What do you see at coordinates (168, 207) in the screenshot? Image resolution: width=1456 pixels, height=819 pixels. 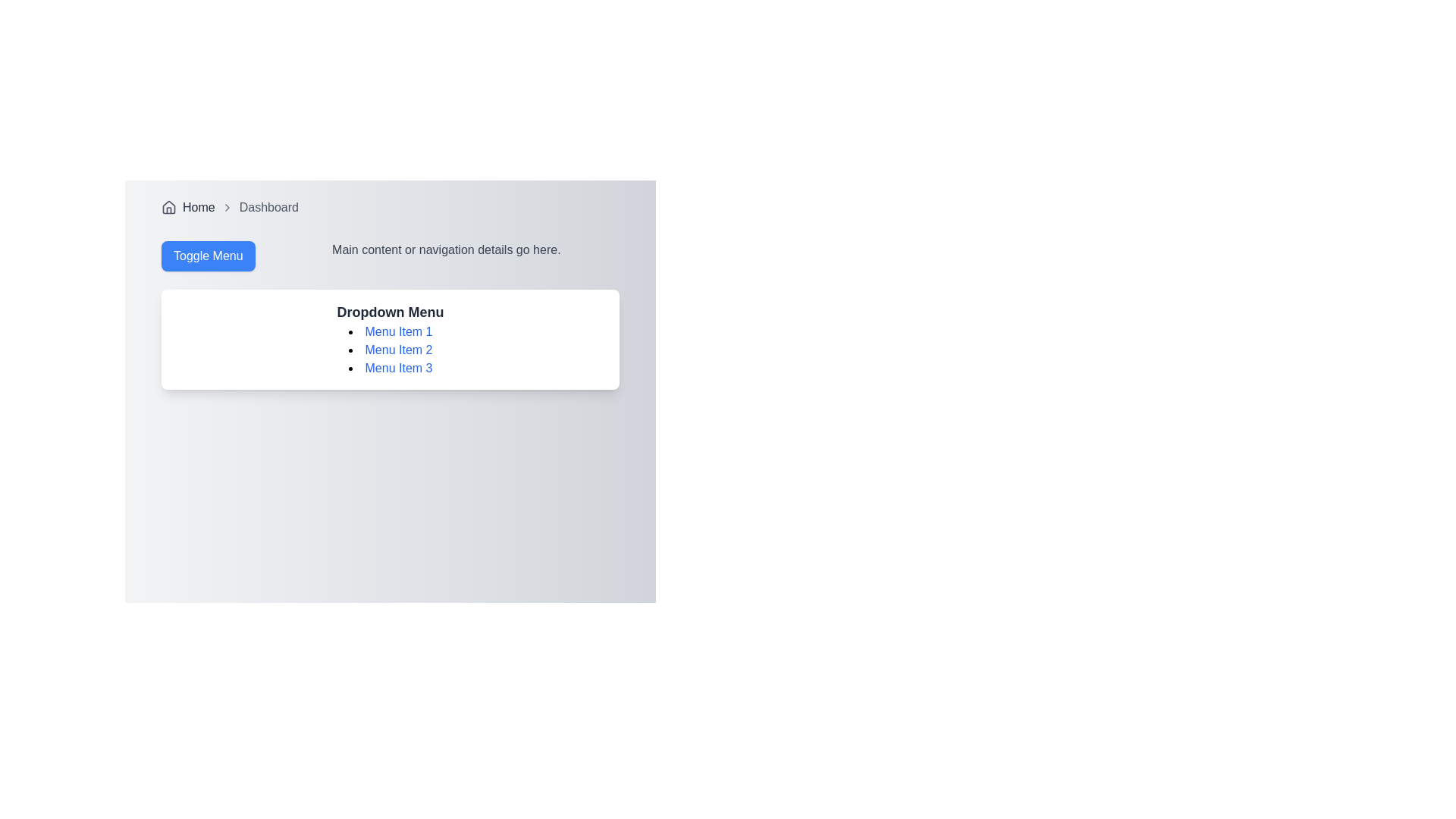 I see `the house icon within the SVG graphic that precedes the 'Home' breadcrumb navigation link to interact with it` at bounding box center [168, 207].